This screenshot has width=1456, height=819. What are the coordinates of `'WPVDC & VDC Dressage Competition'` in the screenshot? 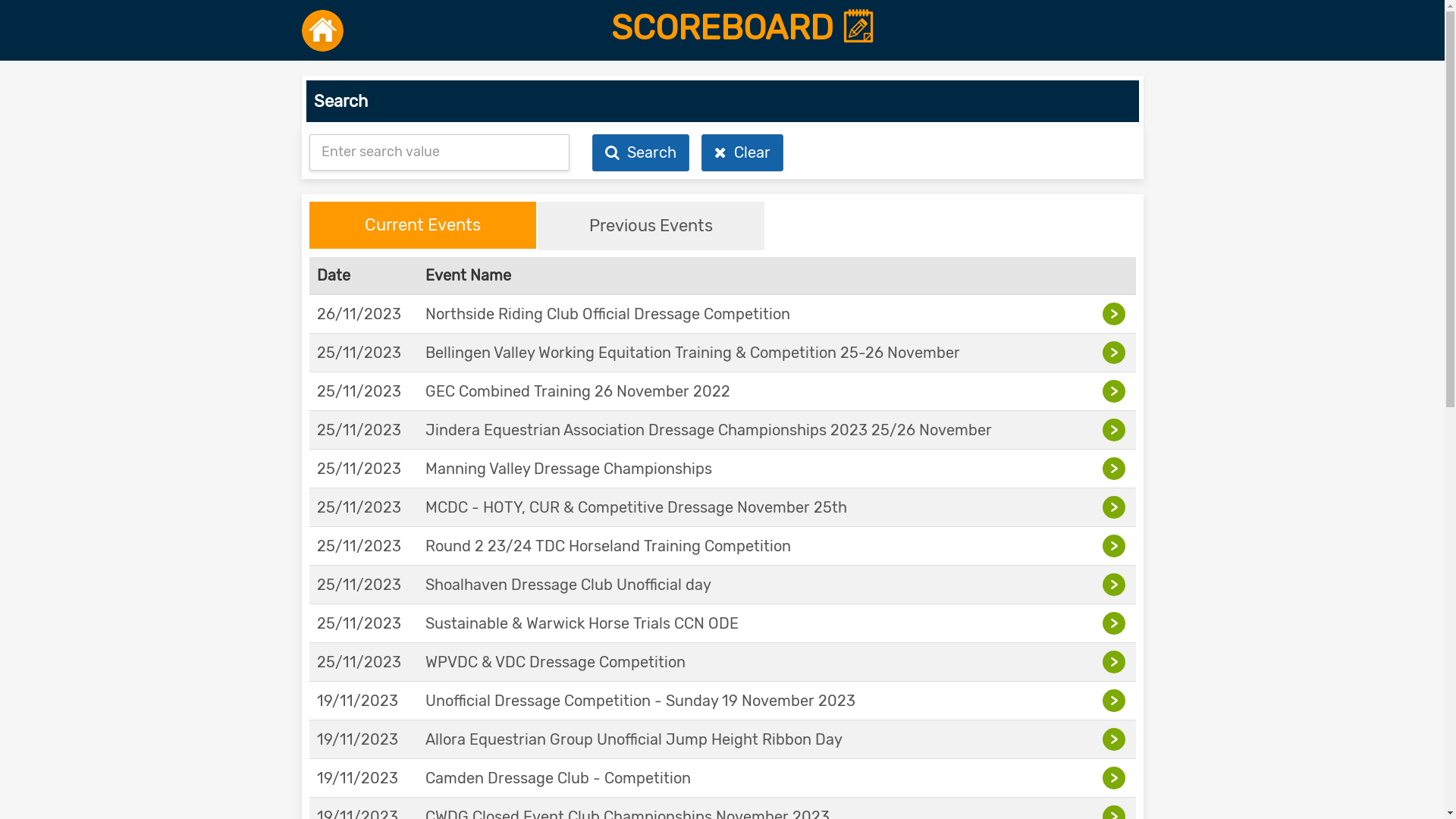 It's located at (554, 661).